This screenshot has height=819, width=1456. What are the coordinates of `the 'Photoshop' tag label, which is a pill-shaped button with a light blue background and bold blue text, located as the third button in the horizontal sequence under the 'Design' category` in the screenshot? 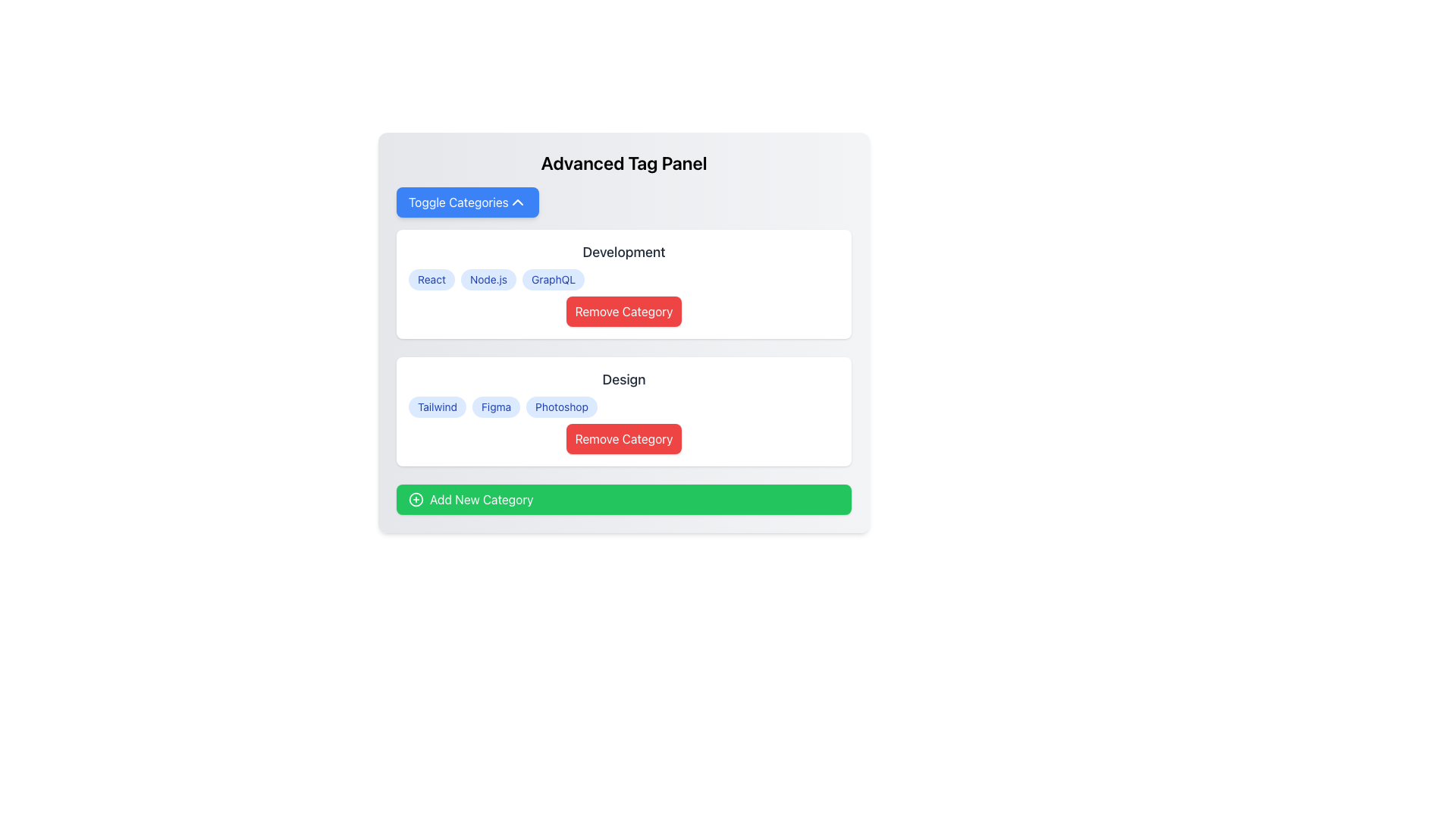 It's located at (561, 406).